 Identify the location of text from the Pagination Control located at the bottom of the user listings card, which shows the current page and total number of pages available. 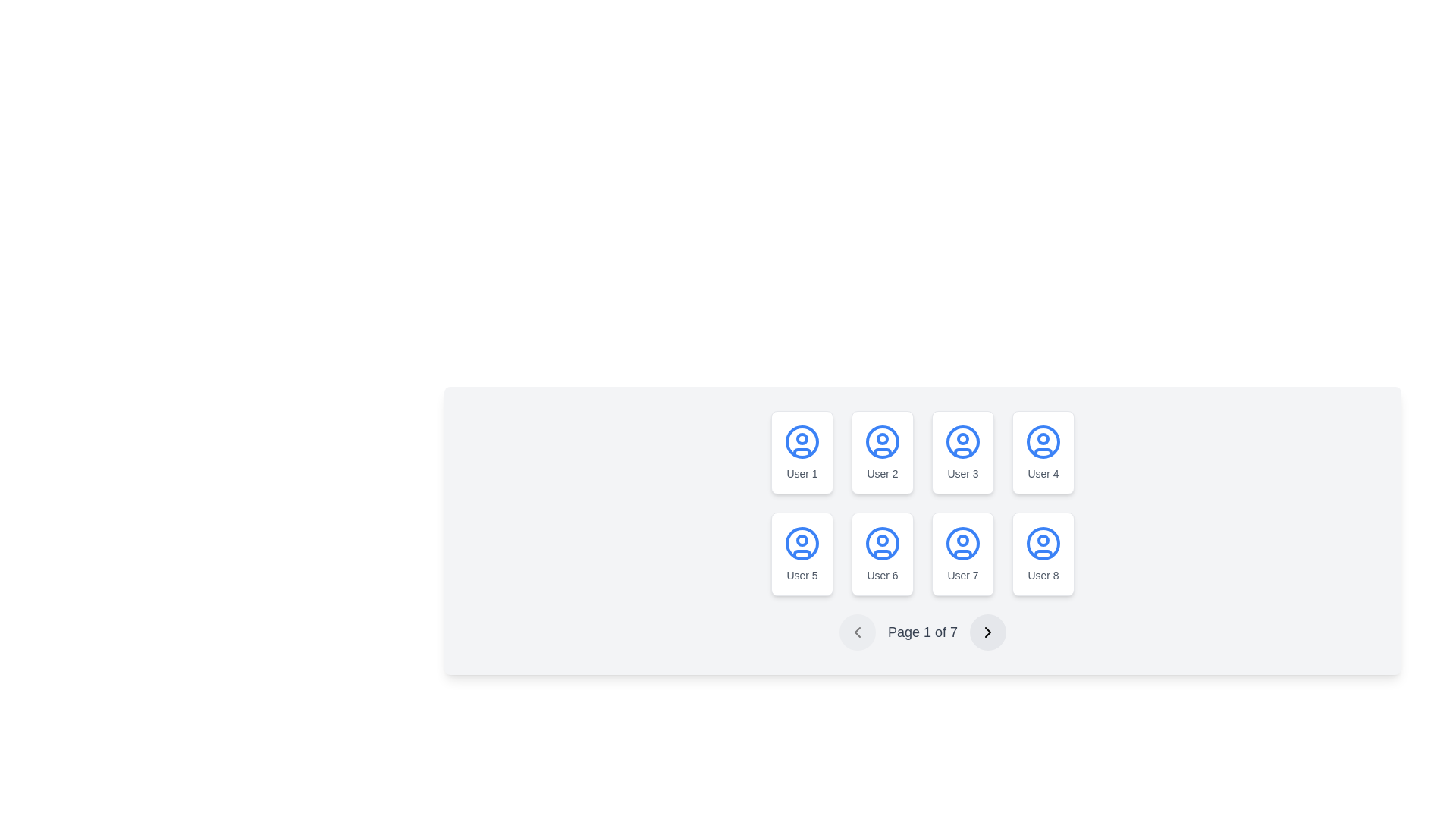
(922, 632).